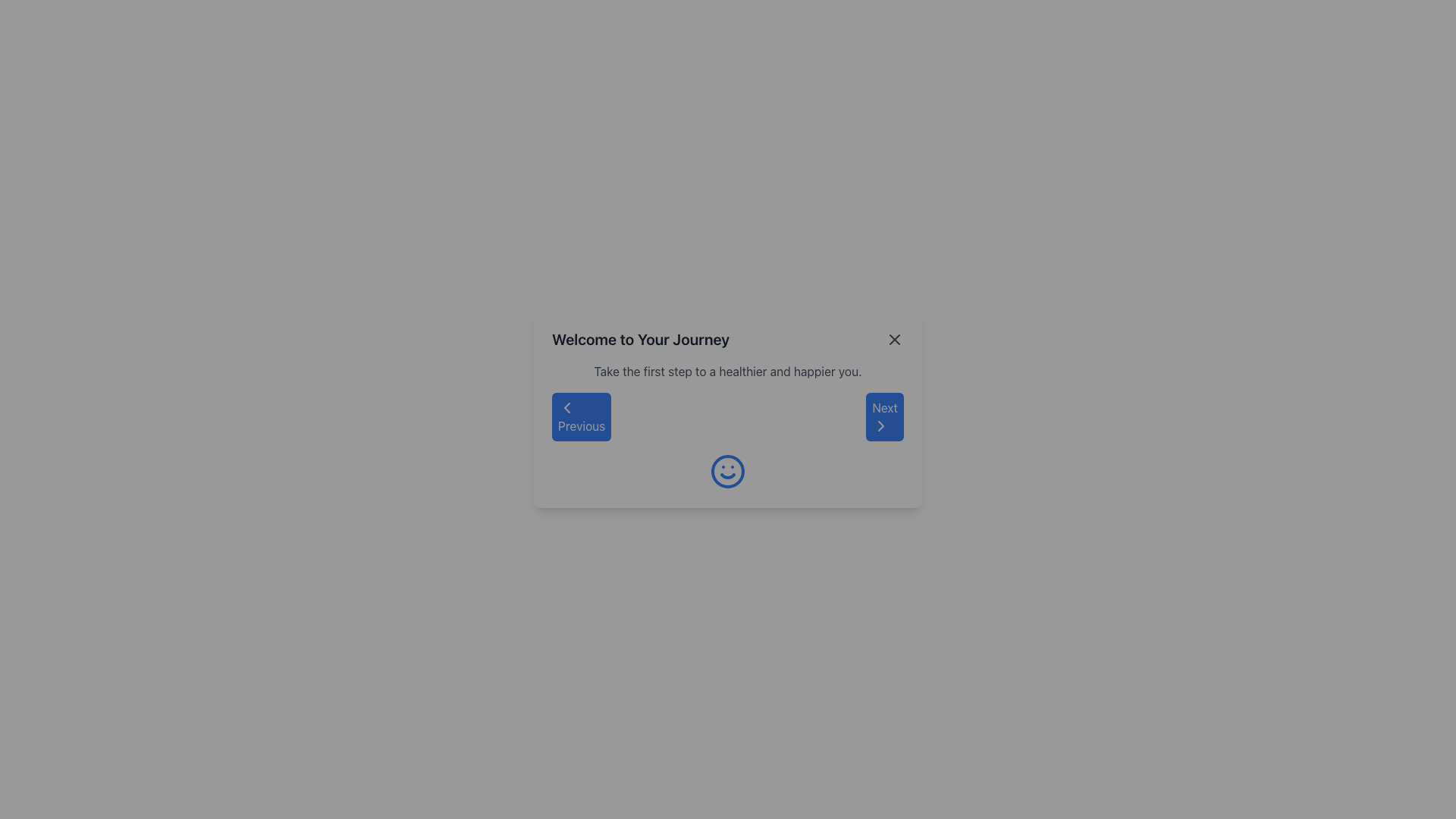 The image size is (1456, 819). Describe the element at coordinates (728, 470) in the screenshot. I see `decorative circle element that forms the outer boundary of the smiley face graphic within the 'Welcome to Your Journey' dialog box for design purposes` at that location.